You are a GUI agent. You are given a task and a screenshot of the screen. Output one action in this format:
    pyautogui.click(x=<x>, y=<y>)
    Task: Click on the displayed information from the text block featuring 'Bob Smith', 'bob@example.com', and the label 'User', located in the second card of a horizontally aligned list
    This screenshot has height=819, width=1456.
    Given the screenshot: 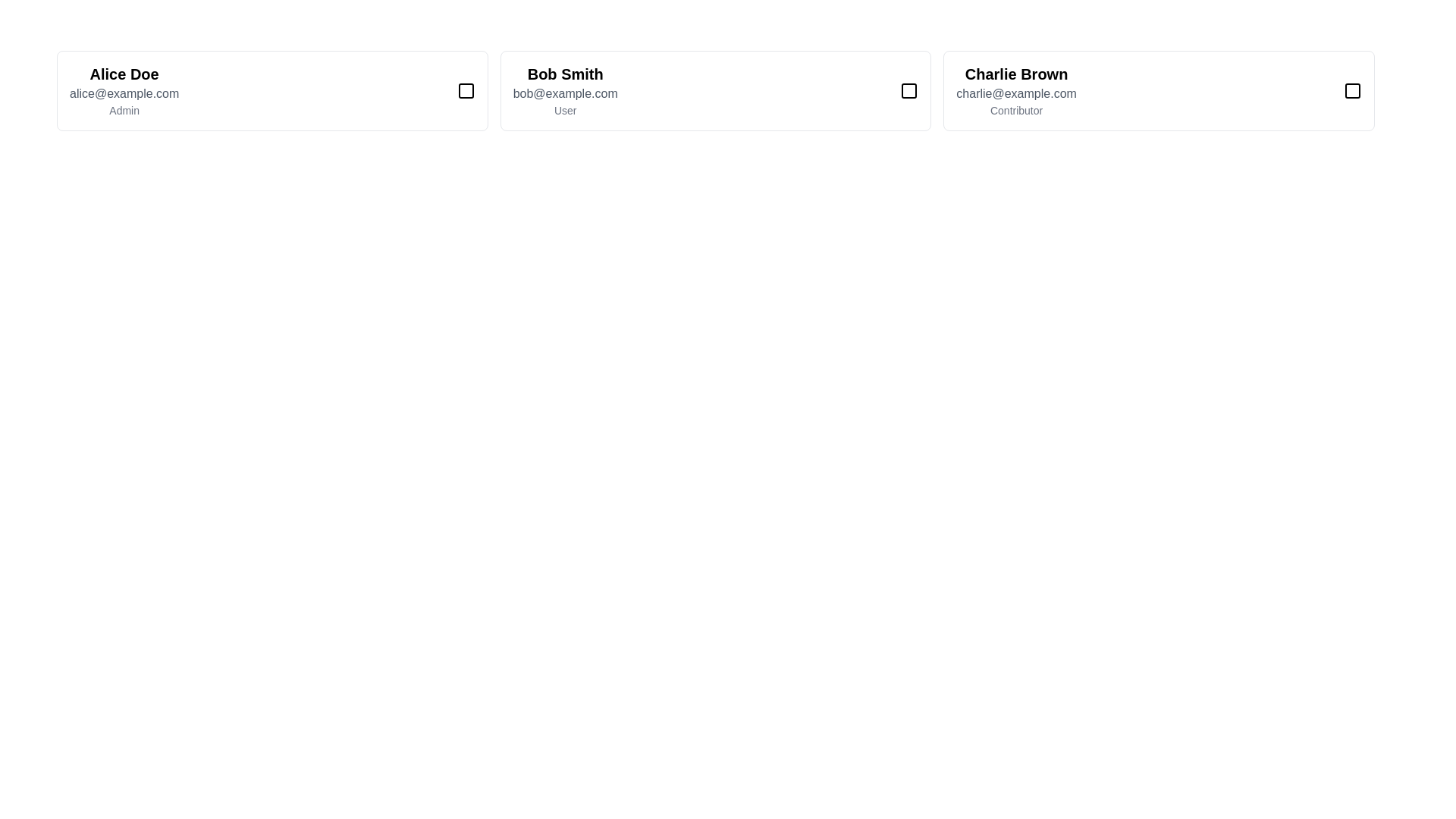 What is the action you would take?
    pyautogui.click(x=564, y=90)
    